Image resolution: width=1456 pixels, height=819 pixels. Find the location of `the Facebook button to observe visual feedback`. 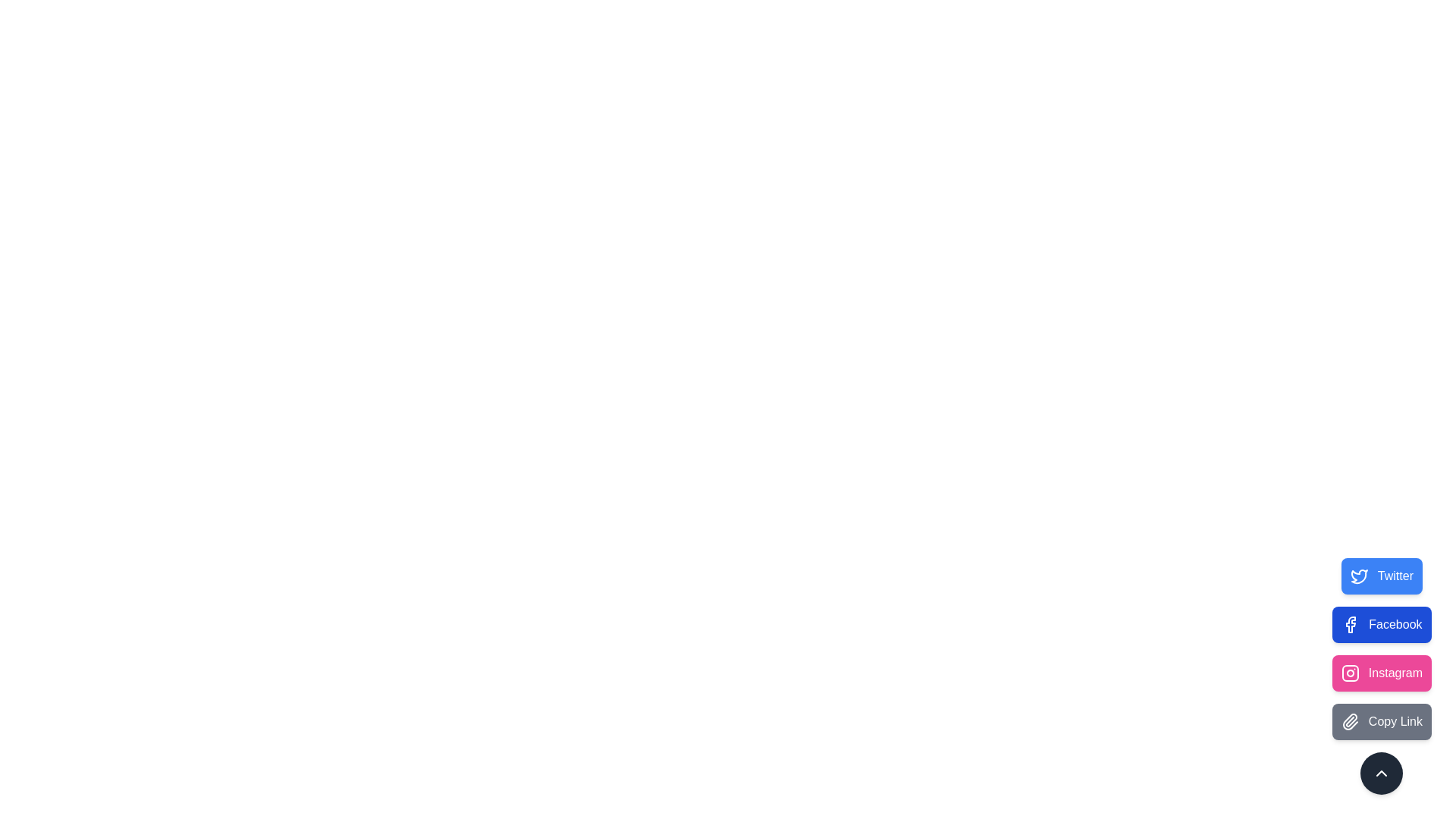

the Facebook button to observe visual feedback is located at coordinates (1382, 625).